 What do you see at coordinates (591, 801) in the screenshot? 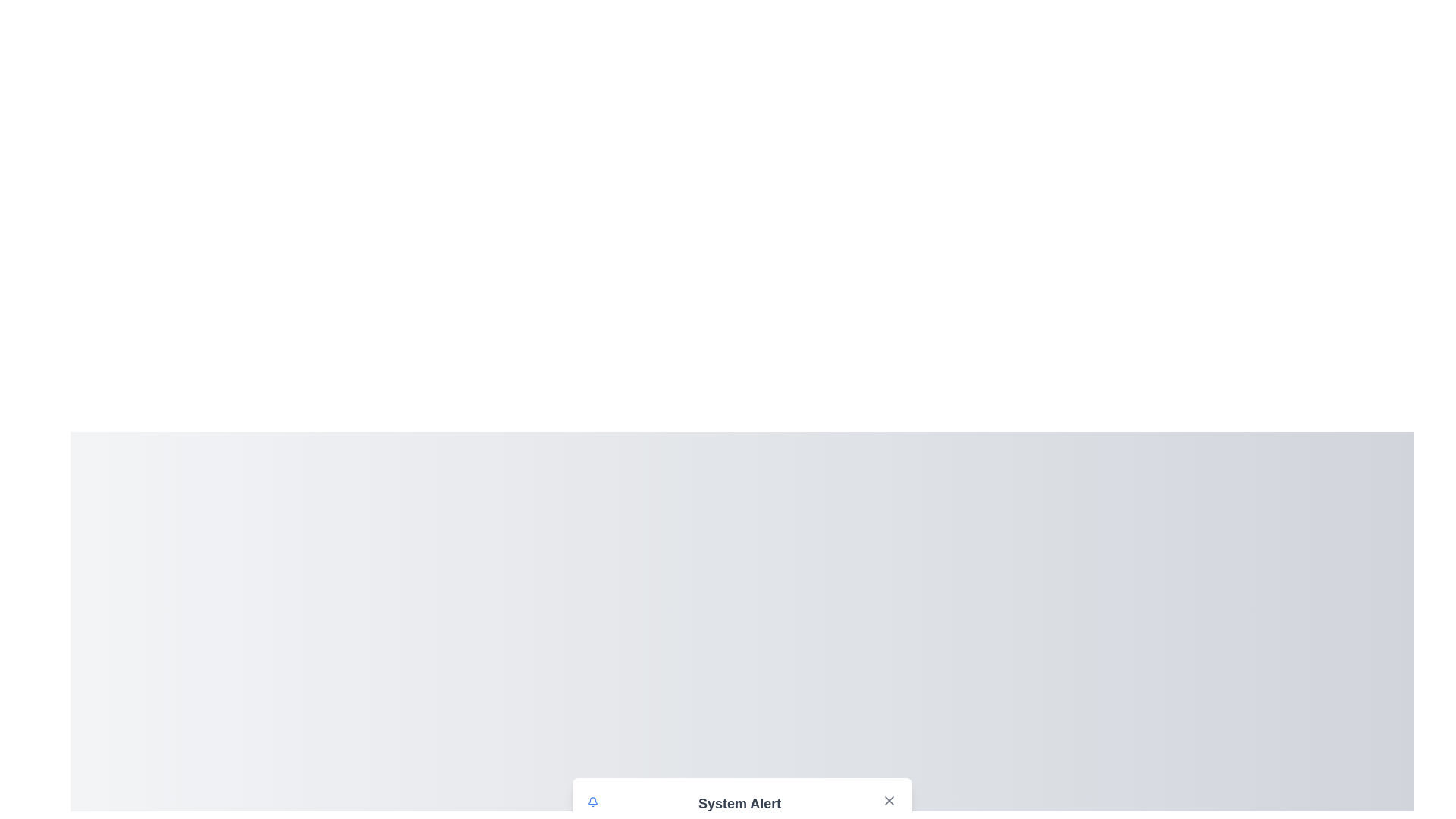
I see `the bell icon located in the notification panel, which serves as a symbolic indicator for notifications or alerts` at bounding box center [591, 801].